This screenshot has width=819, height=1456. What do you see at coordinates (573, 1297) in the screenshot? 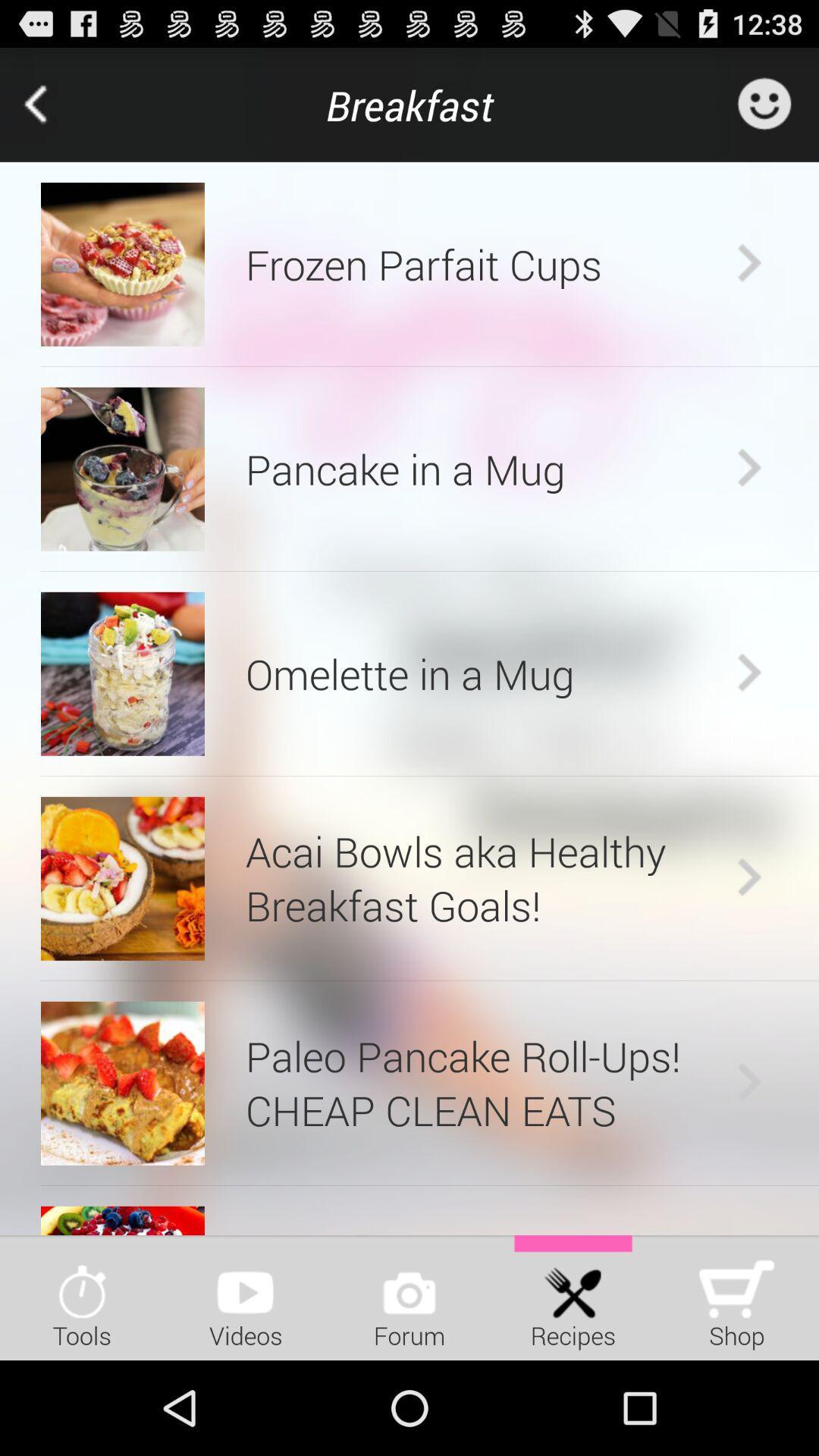
I see `icon next to the shop icon` at bounding box center [573, 1297].